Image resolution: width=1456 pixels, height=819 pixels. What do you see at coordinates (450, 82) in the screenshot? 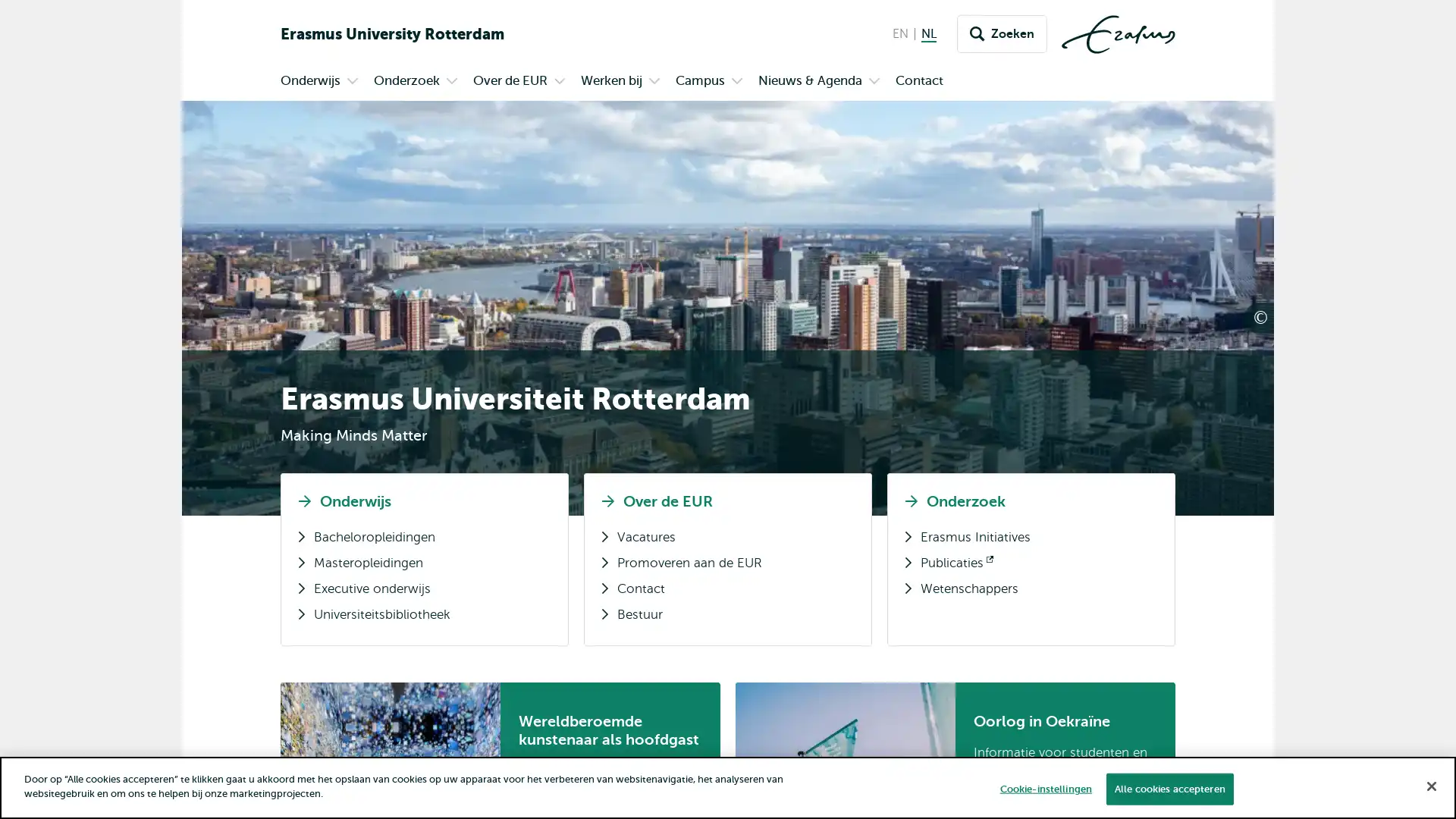
I see `Open submenu` at bounding box center [450, 82].